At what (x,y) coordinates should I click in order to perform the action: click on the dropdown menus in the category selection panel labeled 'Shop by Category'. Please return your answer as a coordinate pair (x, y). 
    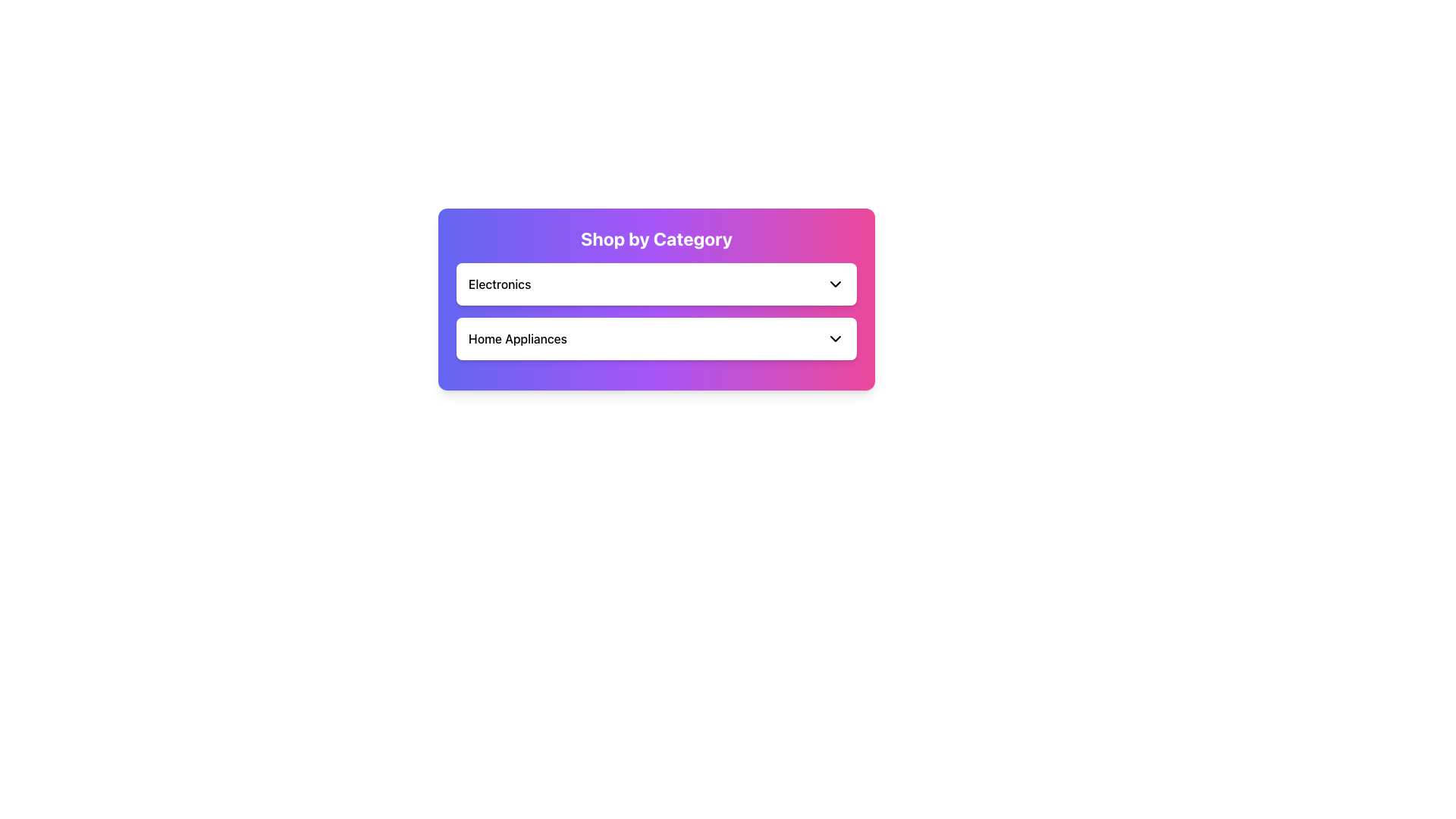
    Looking at the image, I should click on (656, 287).